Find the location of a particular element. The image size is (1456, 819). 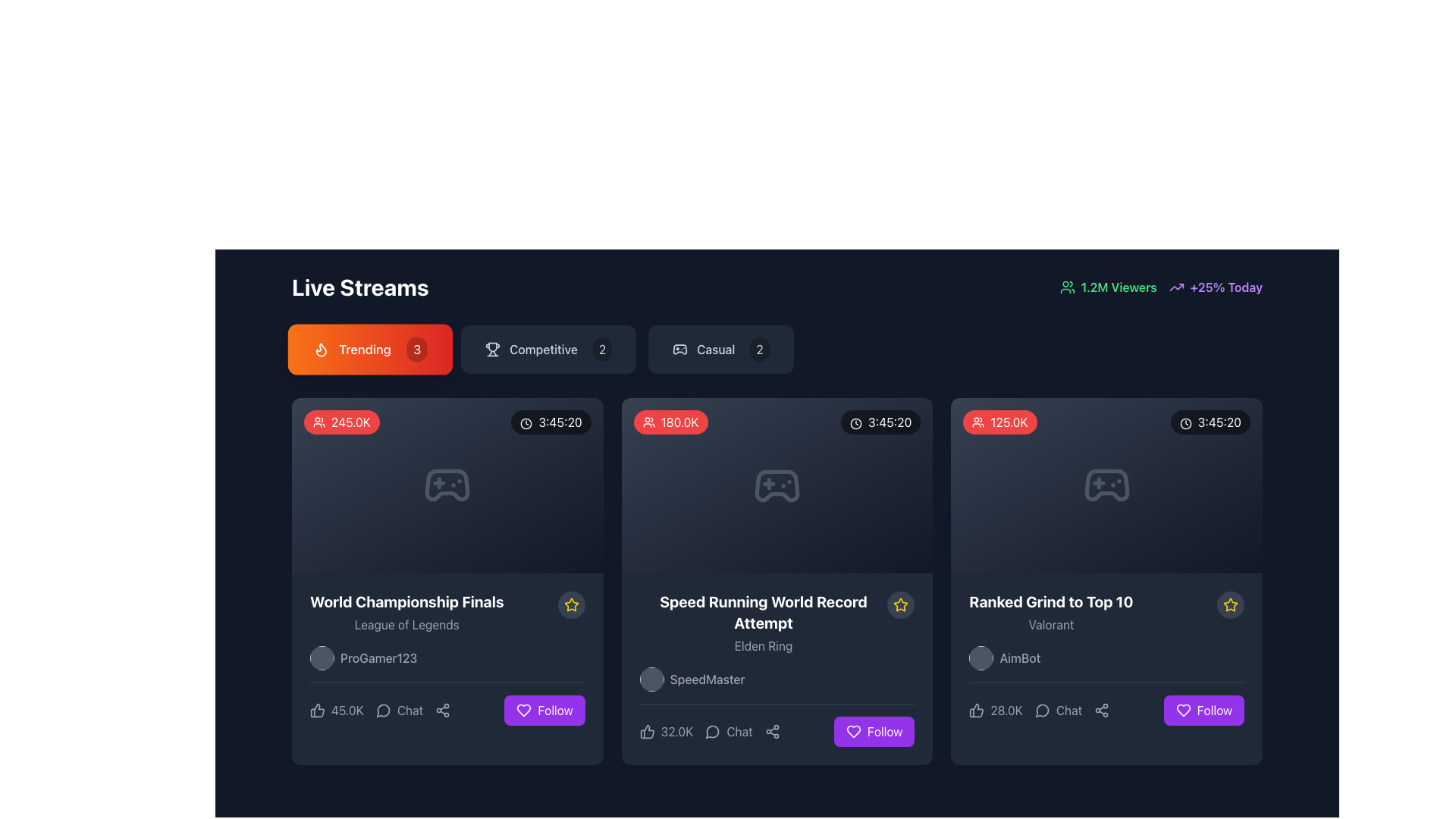

the share button with an icon located in the bottom right corner of the 'World Championship Finals' card to change its appearance is located at coordinates (442, 711).